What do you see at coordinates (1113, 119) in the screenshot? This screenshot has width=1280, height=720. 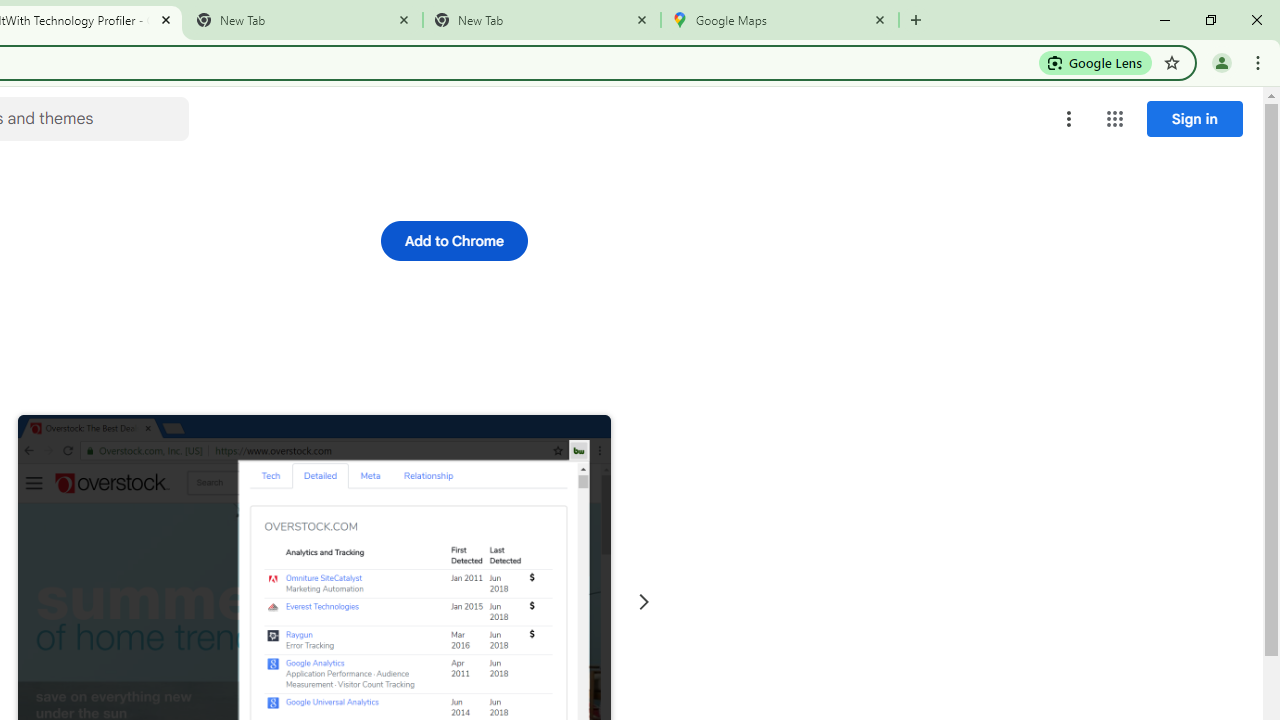 I see `'Google apps'` at bounding box center [1113, 119].